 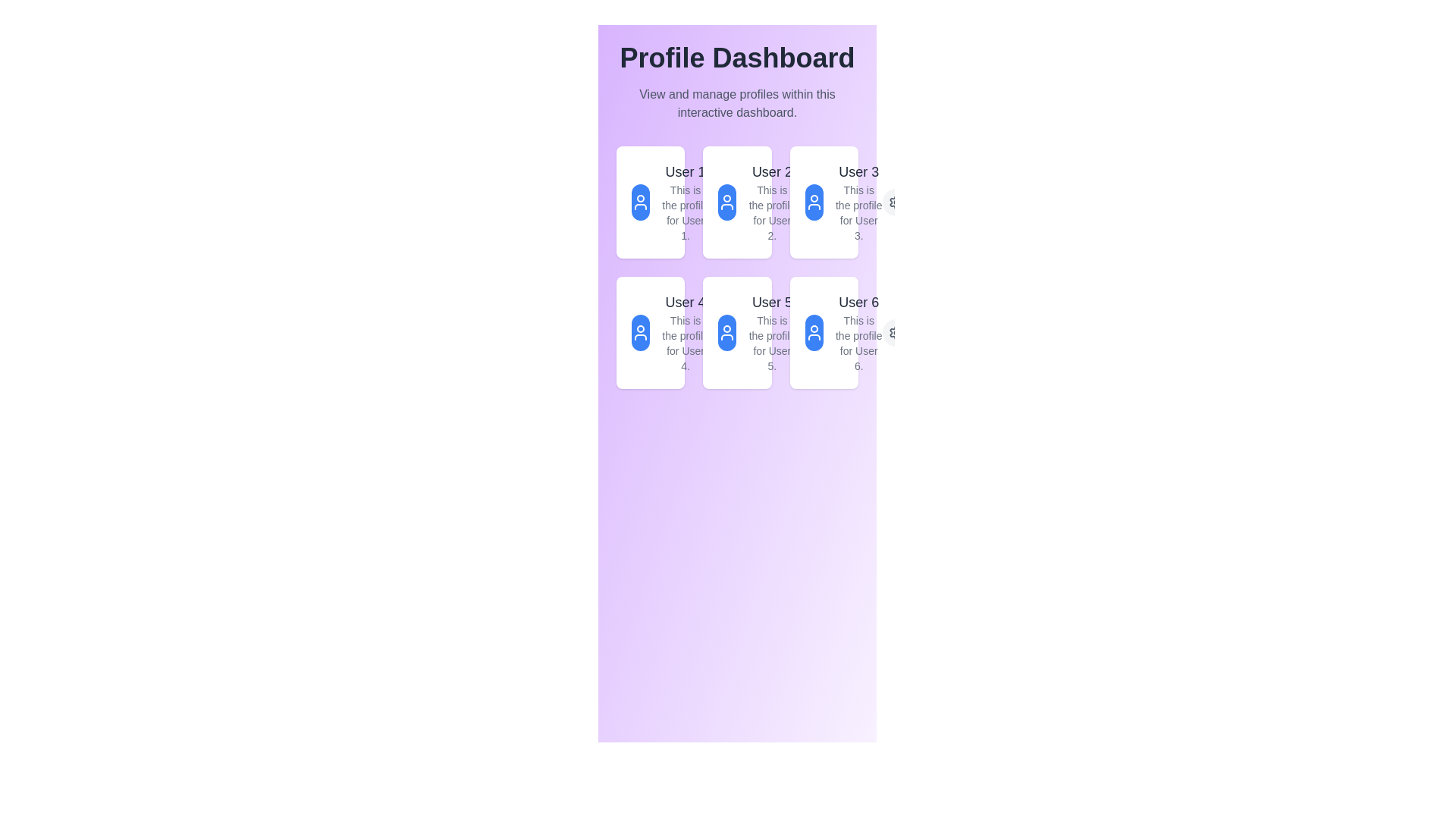 I want to click on informational text label providing a description for User 3, located below the title 'User 3' in the third card of the top row, so click(x=858, y=213).